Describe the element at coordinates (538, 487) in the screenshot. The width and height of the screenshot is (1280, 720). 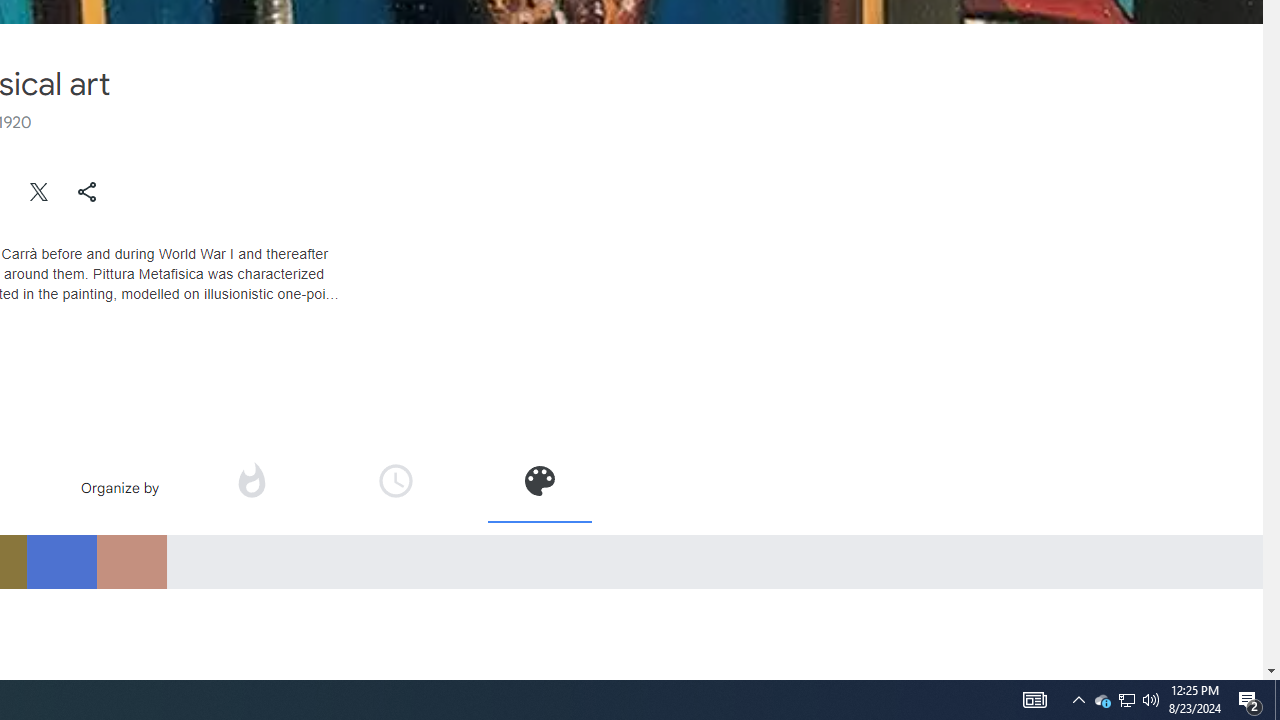
I see `'Organize by color'` at that location.